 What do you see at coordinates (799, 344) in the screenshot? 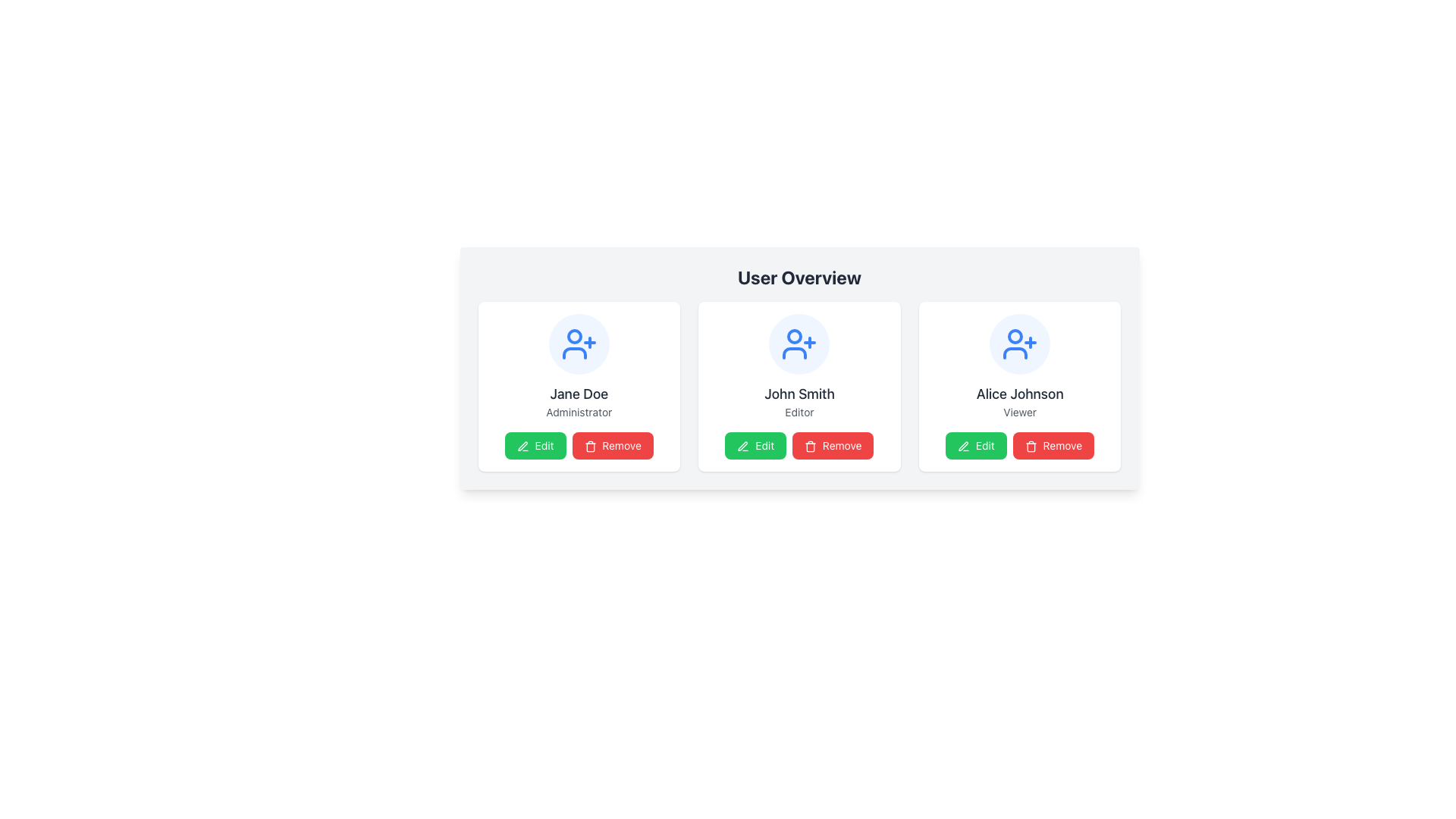
I see `the user add icon related to the profile card for 'John Smith' located in the middle column of user profile cards under 'User Overview'` at bounding box center [799, 344].